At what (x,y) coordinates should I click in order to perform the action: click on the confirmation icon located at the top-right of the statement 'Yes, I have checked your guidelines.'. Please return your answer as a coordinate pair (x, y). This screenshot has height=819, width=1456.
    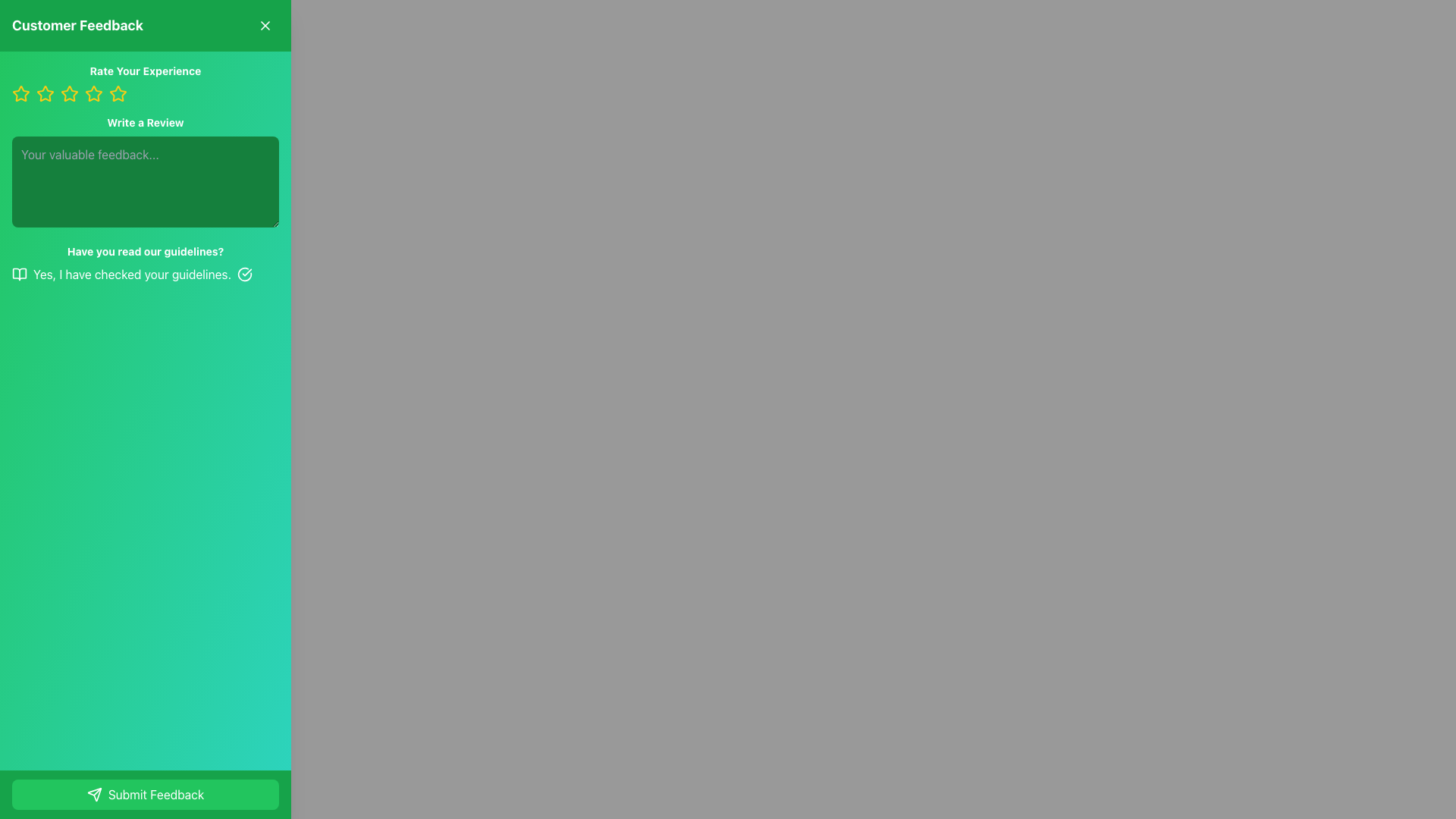
    Looking at the image, I should click on (244, 275).